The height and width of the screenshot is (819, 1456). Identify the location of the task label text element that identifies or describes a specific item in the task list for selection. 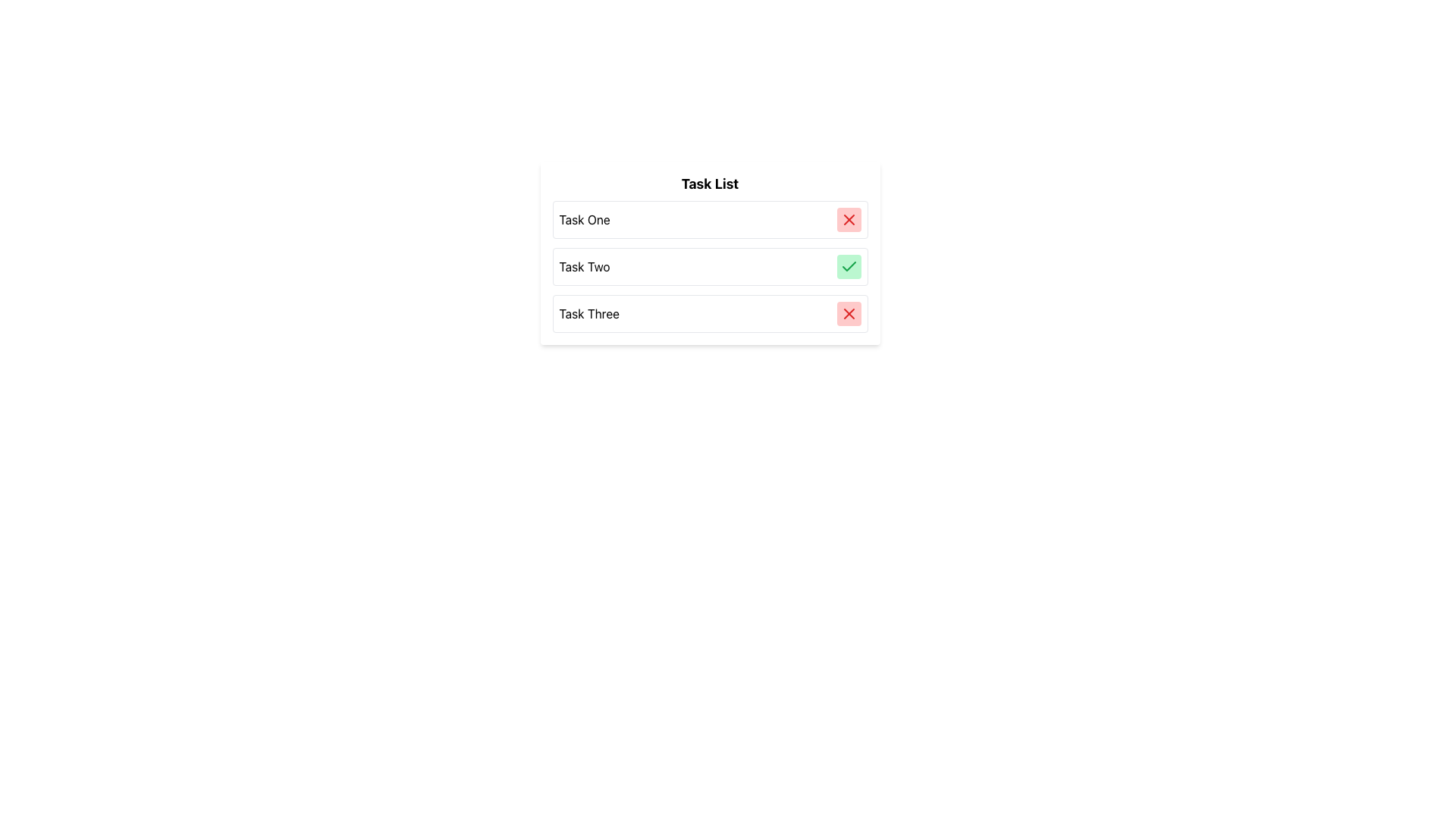
(584, 219).